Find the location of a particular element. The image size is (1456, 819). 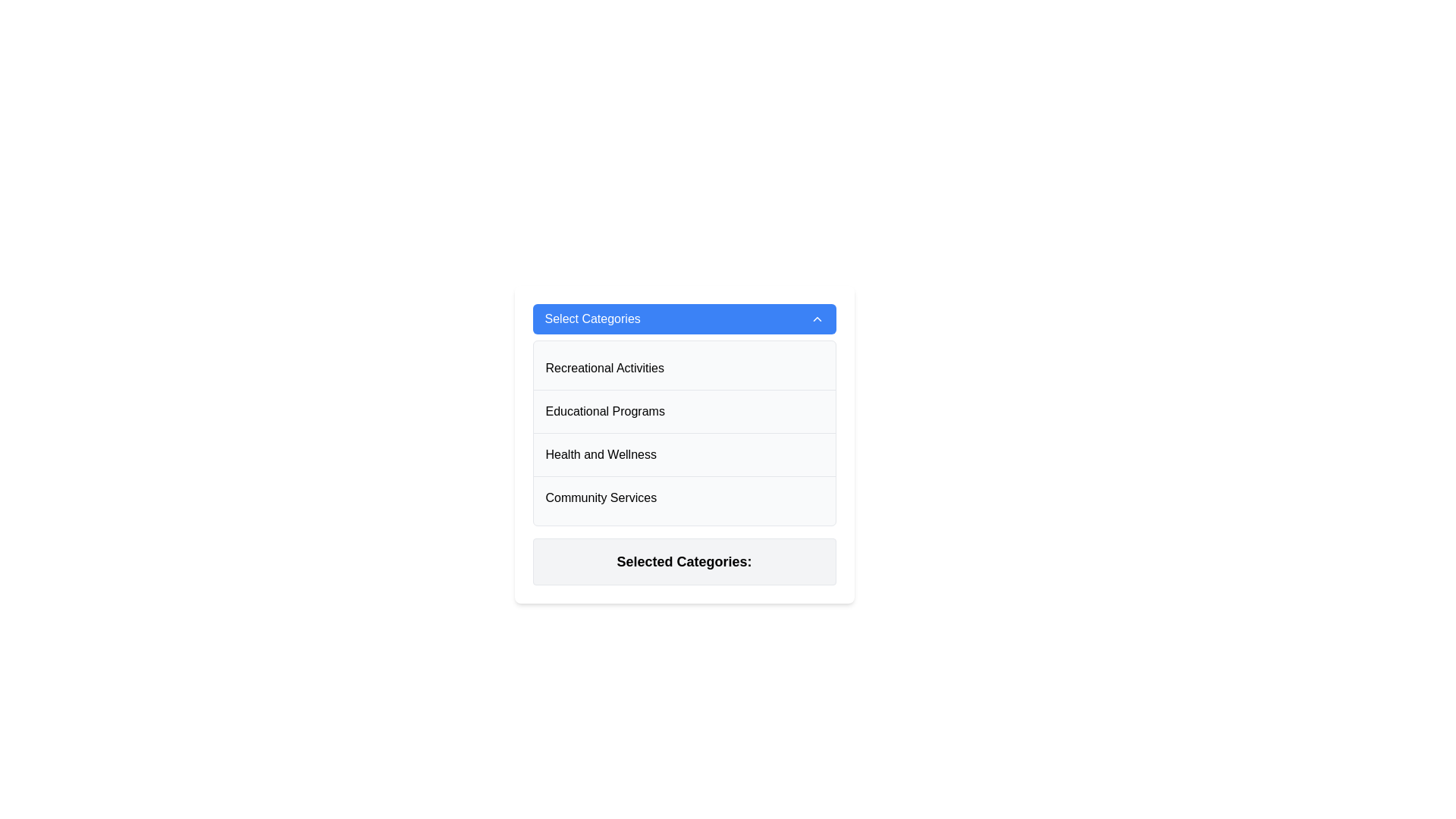

the first visible menu option labeled 'Select Categories' is located at coordinates (604, 369).